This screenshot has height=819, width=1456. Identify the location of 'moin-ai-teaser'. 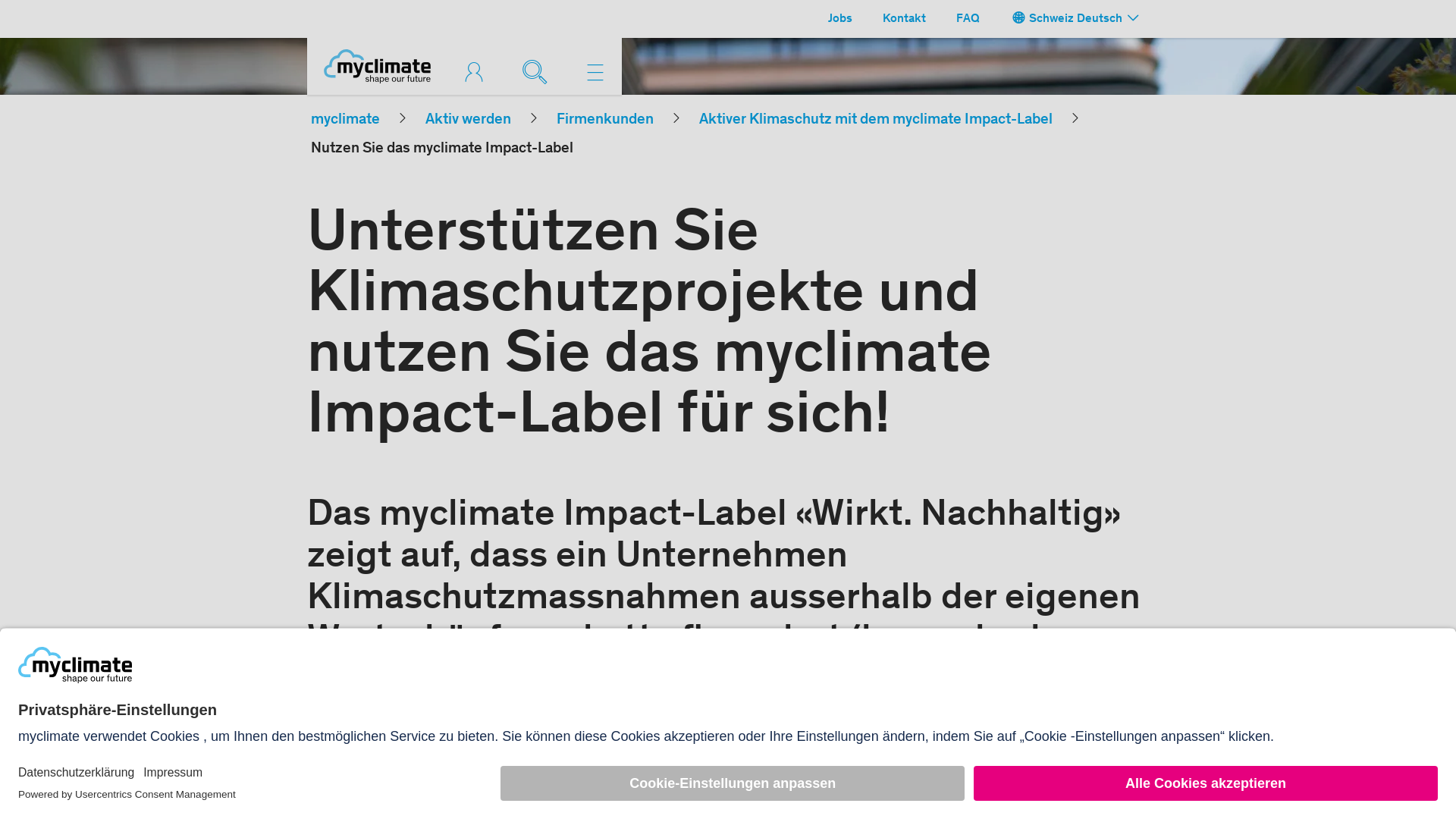
(1293, 739).